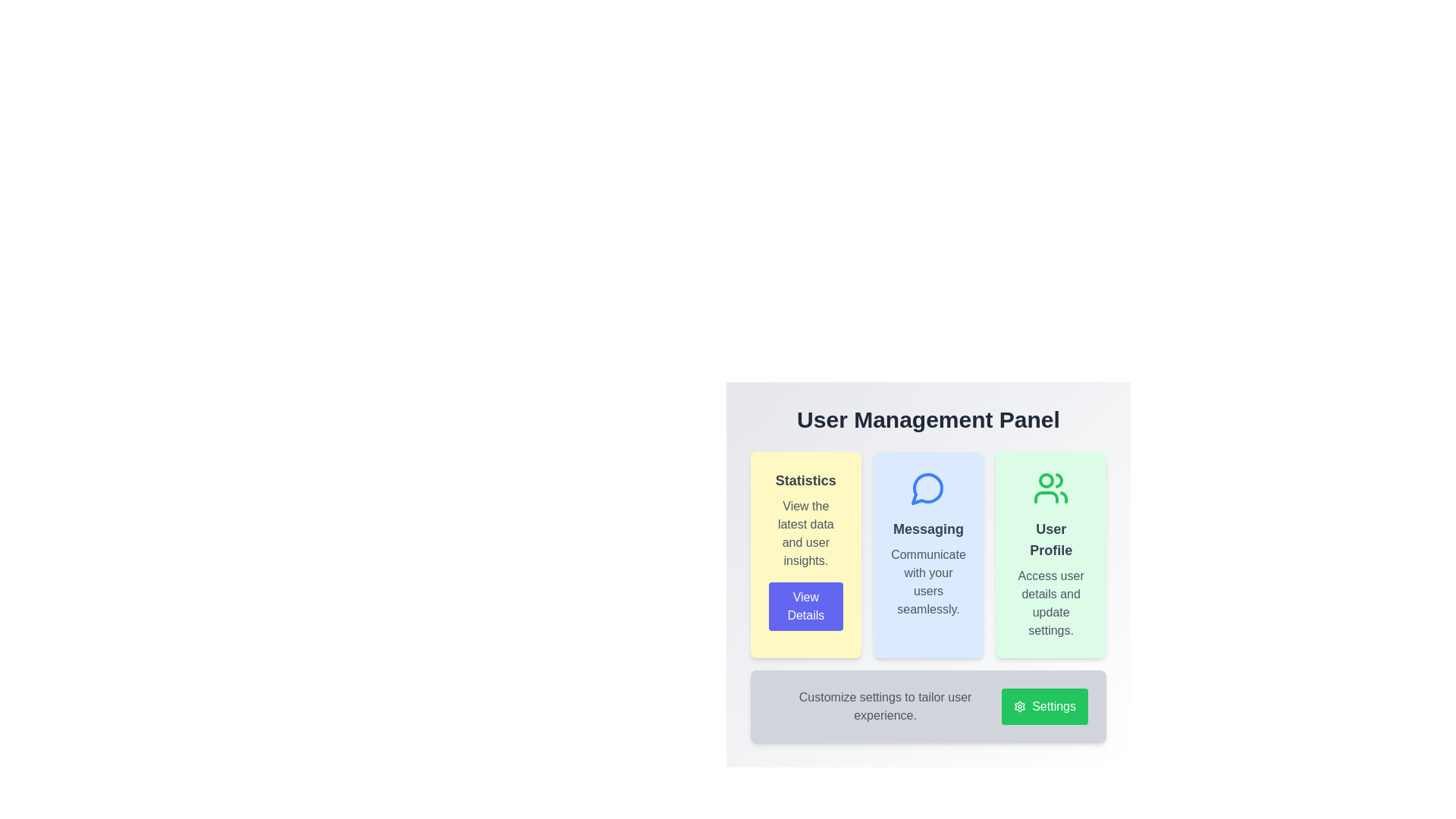  Describe the element at coordinates (927, 529) in the screenshot. I see `label or header text for the 'Messaging' feature in the User Management Panel, which is centrally aligned in the blue section` at that location.